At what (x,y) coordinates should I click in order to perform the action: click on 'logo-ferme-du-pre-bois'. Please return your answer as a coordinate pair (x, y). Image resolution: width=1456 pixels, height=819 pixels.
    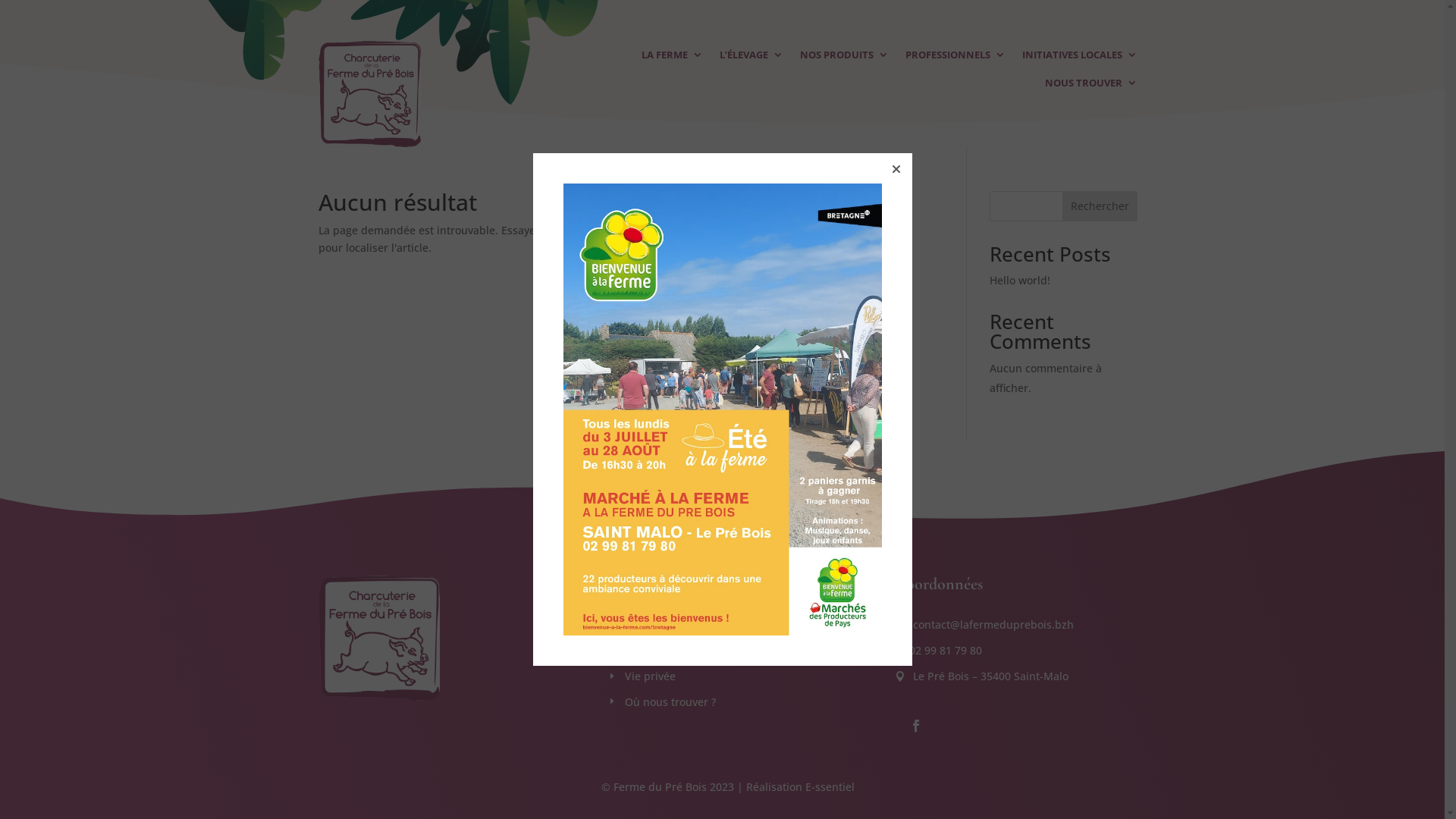
    Looking at the image, I should click on (378, 638).